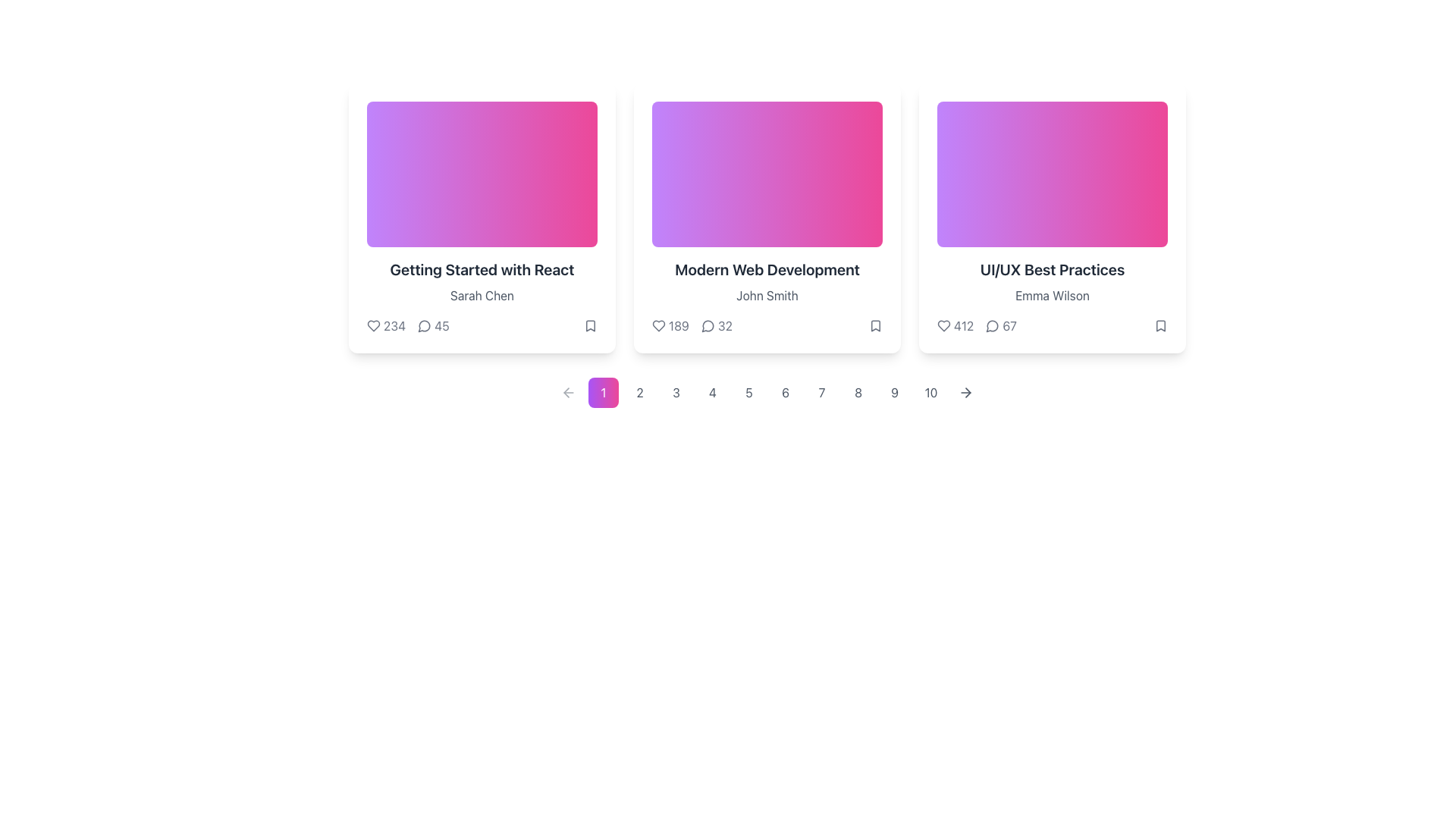  I want to click on on the interactive indicator with a numeric counter for the 'UI/UX Best Practices' post, so click(1001, 325).